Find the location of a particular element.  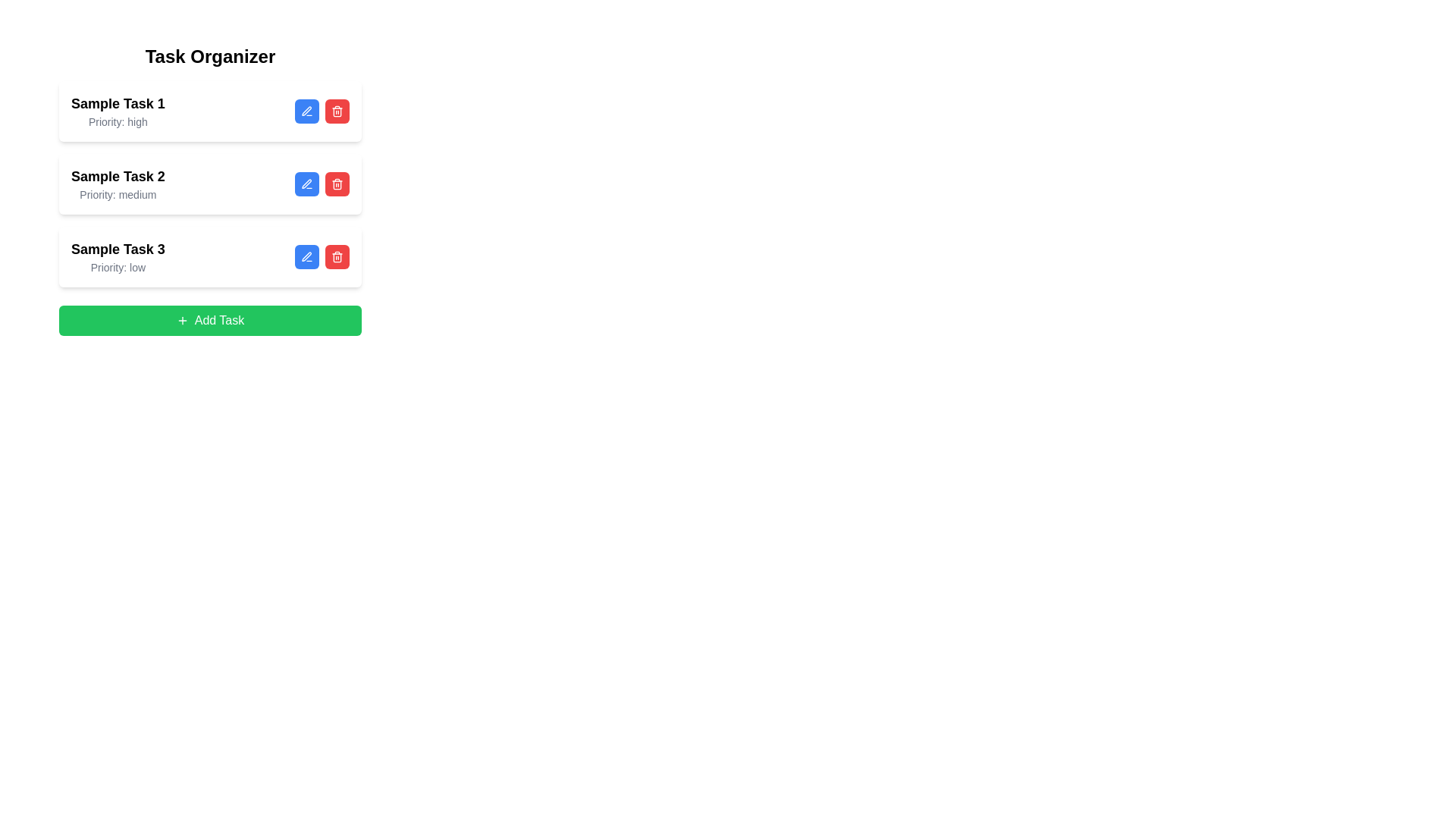

the text display of the second task description in the task list, positioned between 'Sample Task 1' and 'Sample Task 3' under the 'Task Organizer' section is located at coordinates (117, 184).